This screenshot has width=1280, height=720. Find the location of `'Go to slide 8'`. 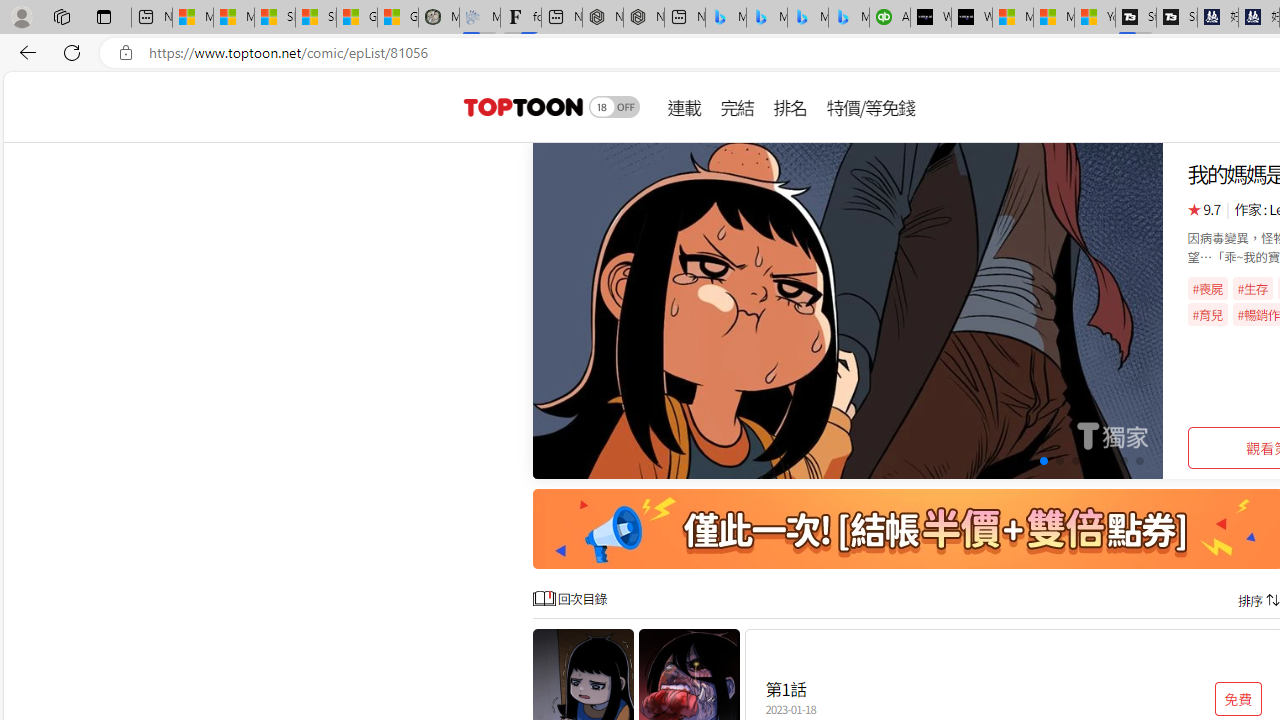

'Go to slide 8' is located at coordinates (1106, 461).